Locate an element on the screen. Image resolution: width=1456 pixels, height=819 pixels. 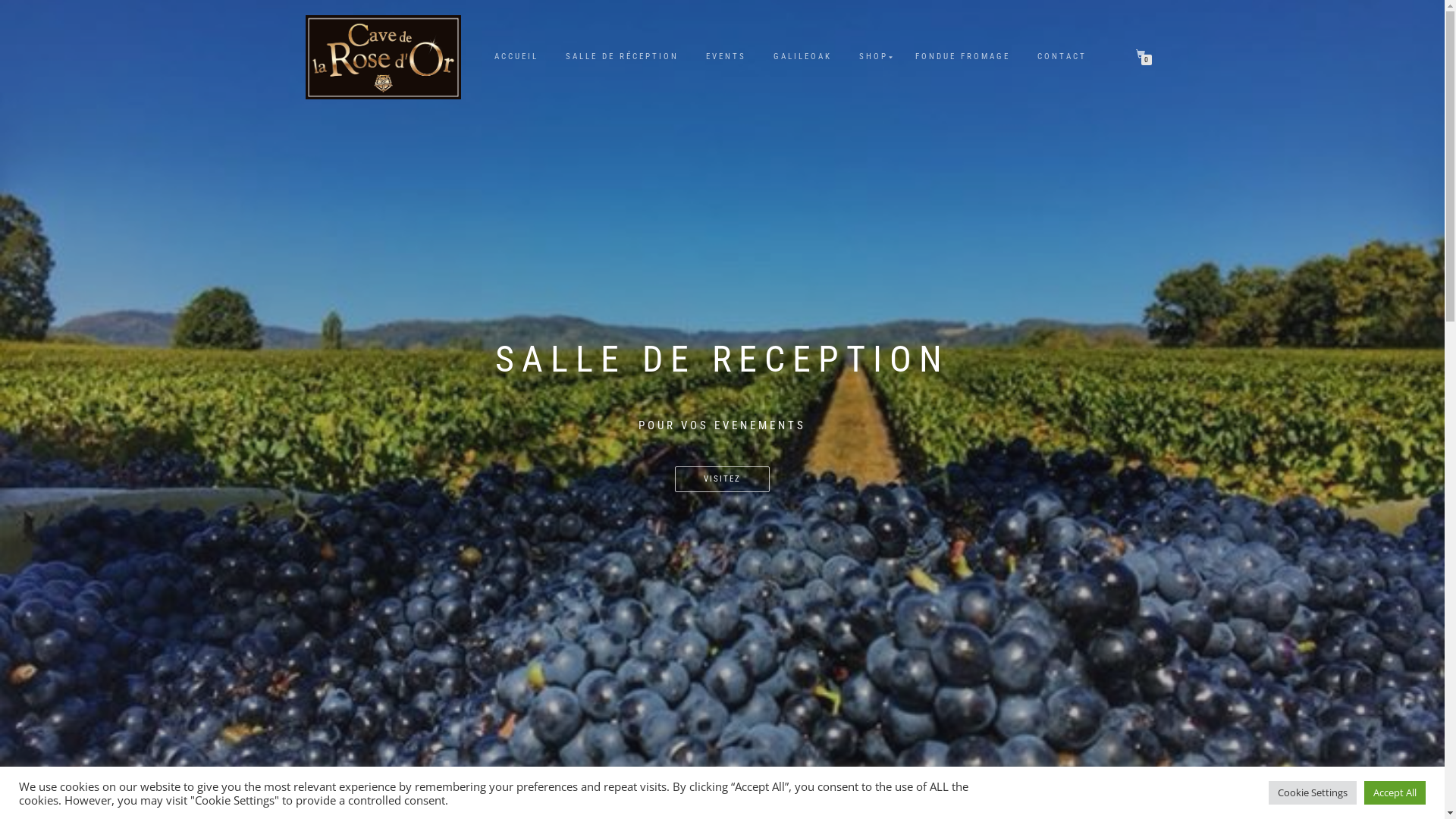
'Accept All' is located at coordinates (1395, 792).